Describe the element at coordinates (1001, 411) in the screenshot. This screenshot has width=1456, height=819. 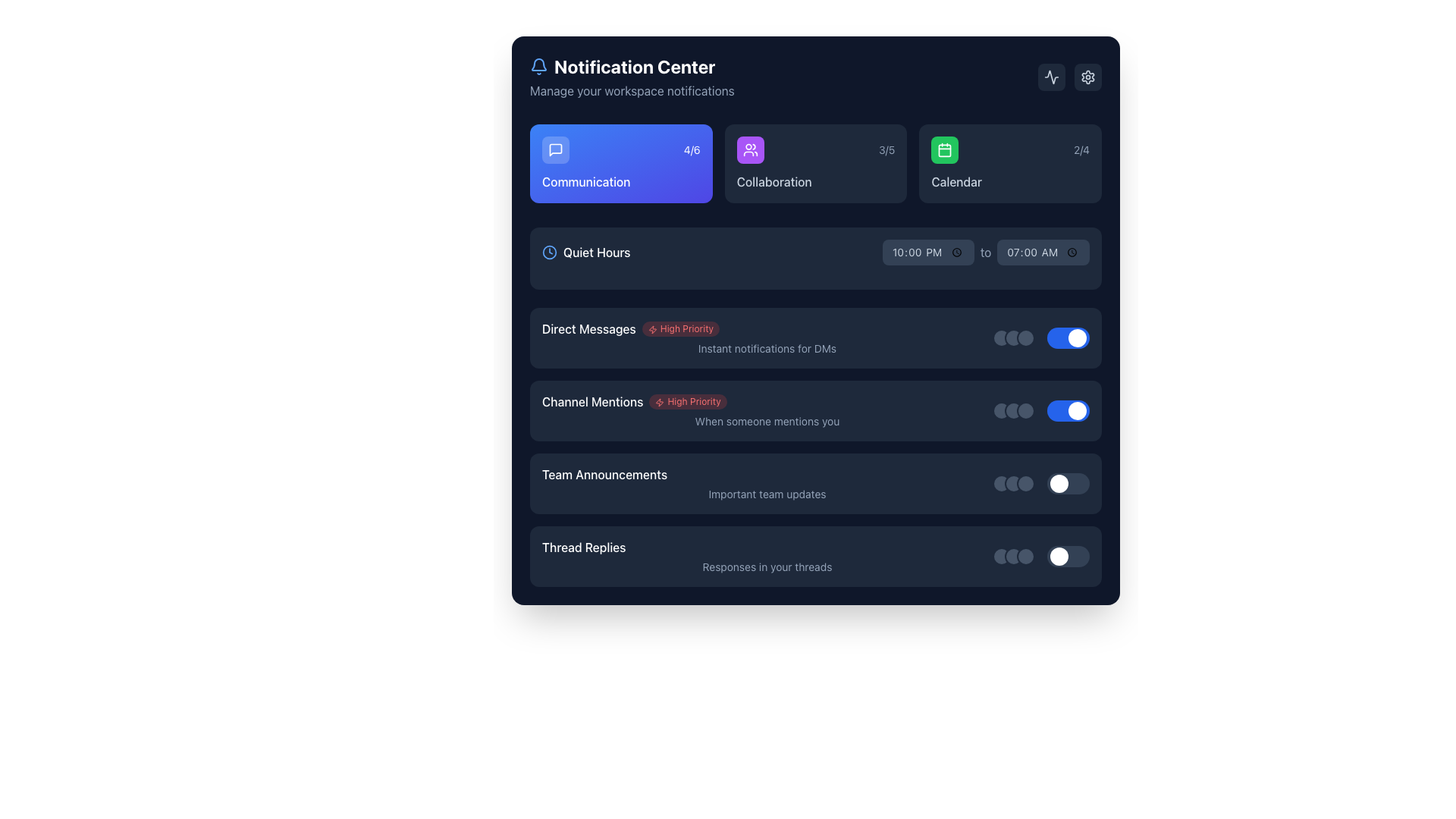
I see `the leftmost circular decorative element with a dark slate-gray background, located adjacent to the 'Channel Mentions' label` at that location.